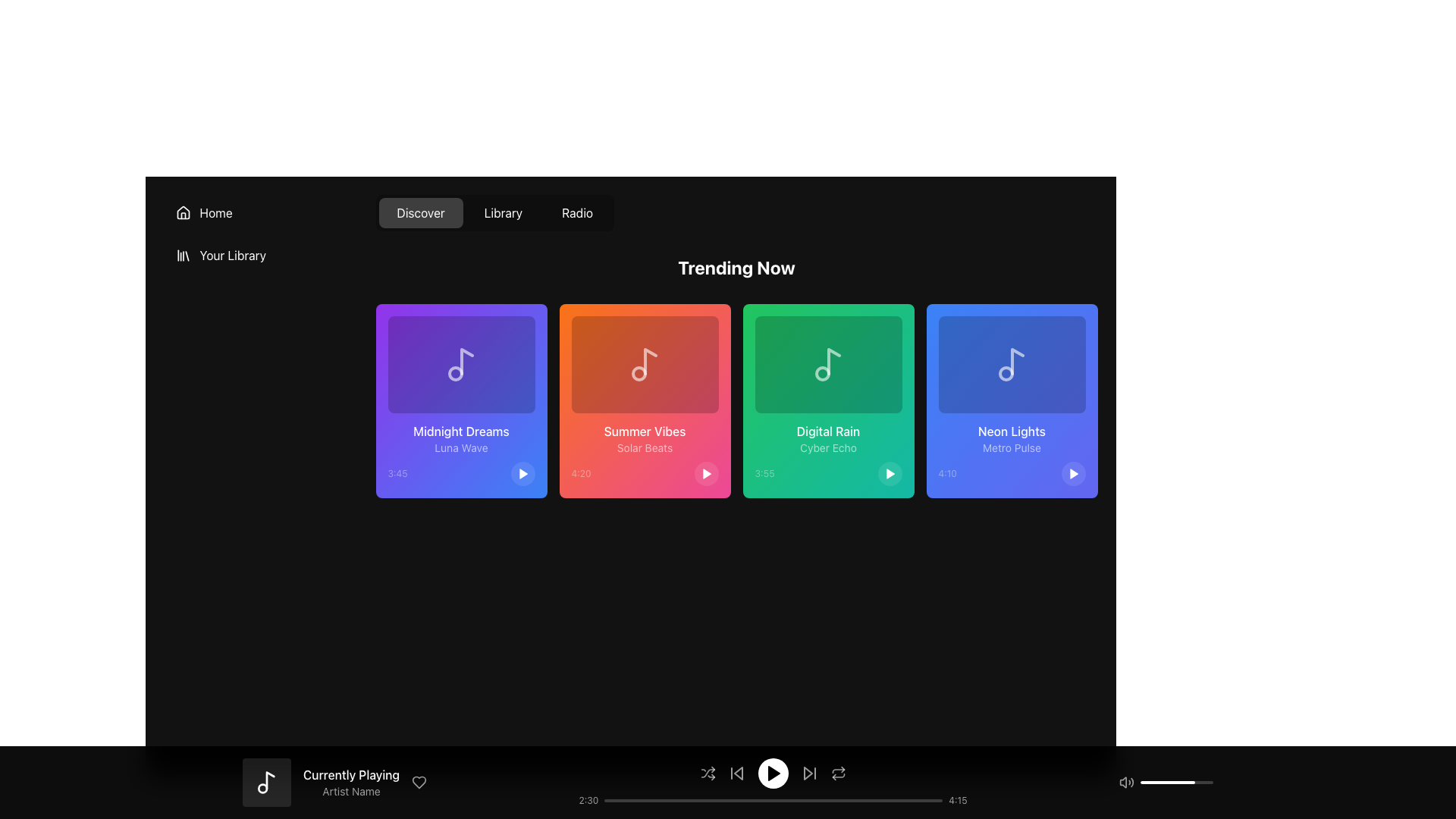  Describe the element at coordinates (580, 472) in the screenshot. I see `the informational text label displaying the timestamp or duration, located to the left of the circular button and play icon in the media control bar` at that location.